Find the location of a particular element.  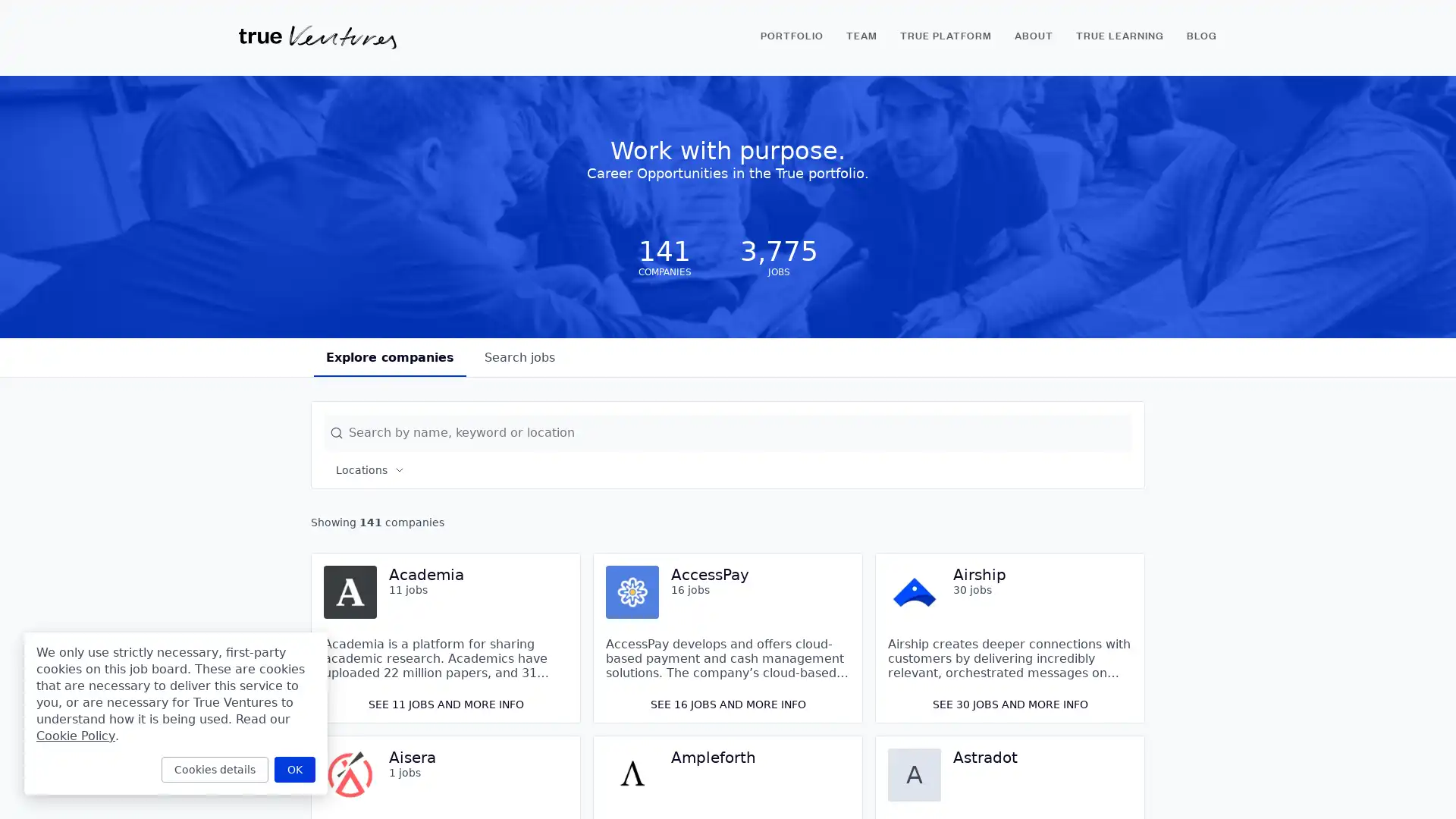

Cookies details is located at coordinates (214, 769).